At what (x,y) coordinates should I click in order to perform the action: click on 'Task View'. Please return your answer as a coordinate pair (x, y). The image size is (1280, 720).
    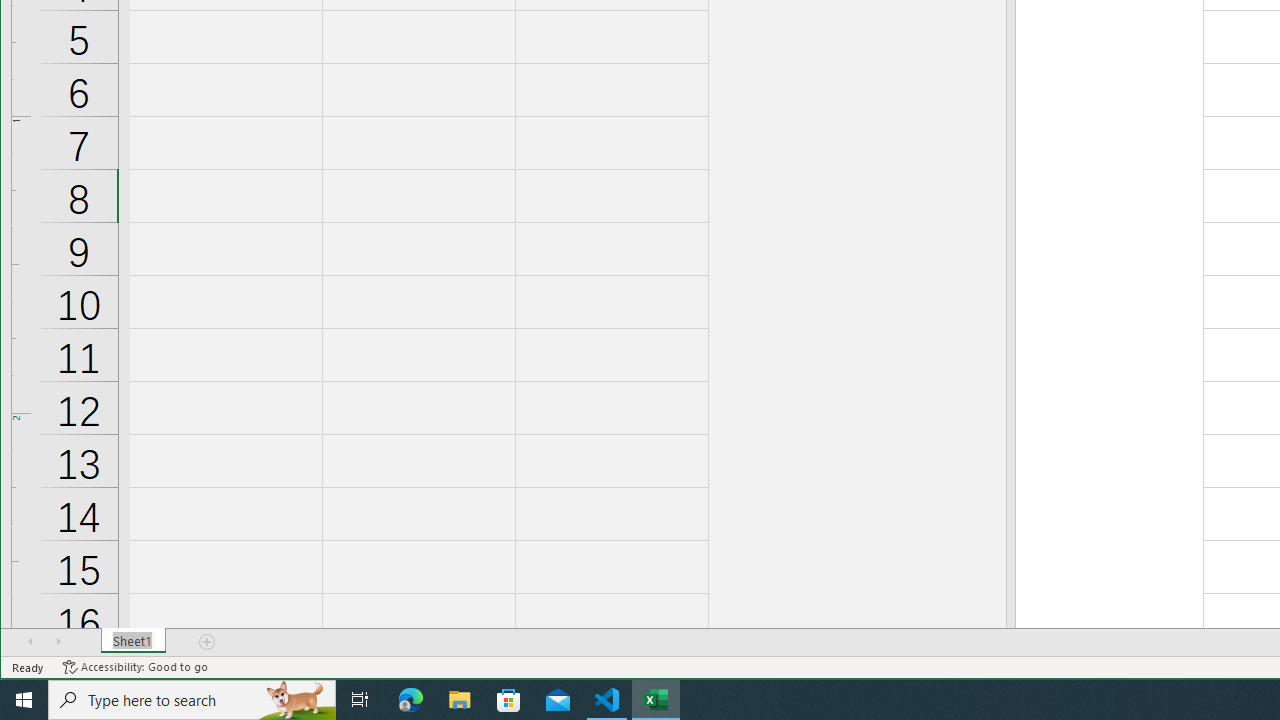
    Looking at the image, I should click on (359, 698).